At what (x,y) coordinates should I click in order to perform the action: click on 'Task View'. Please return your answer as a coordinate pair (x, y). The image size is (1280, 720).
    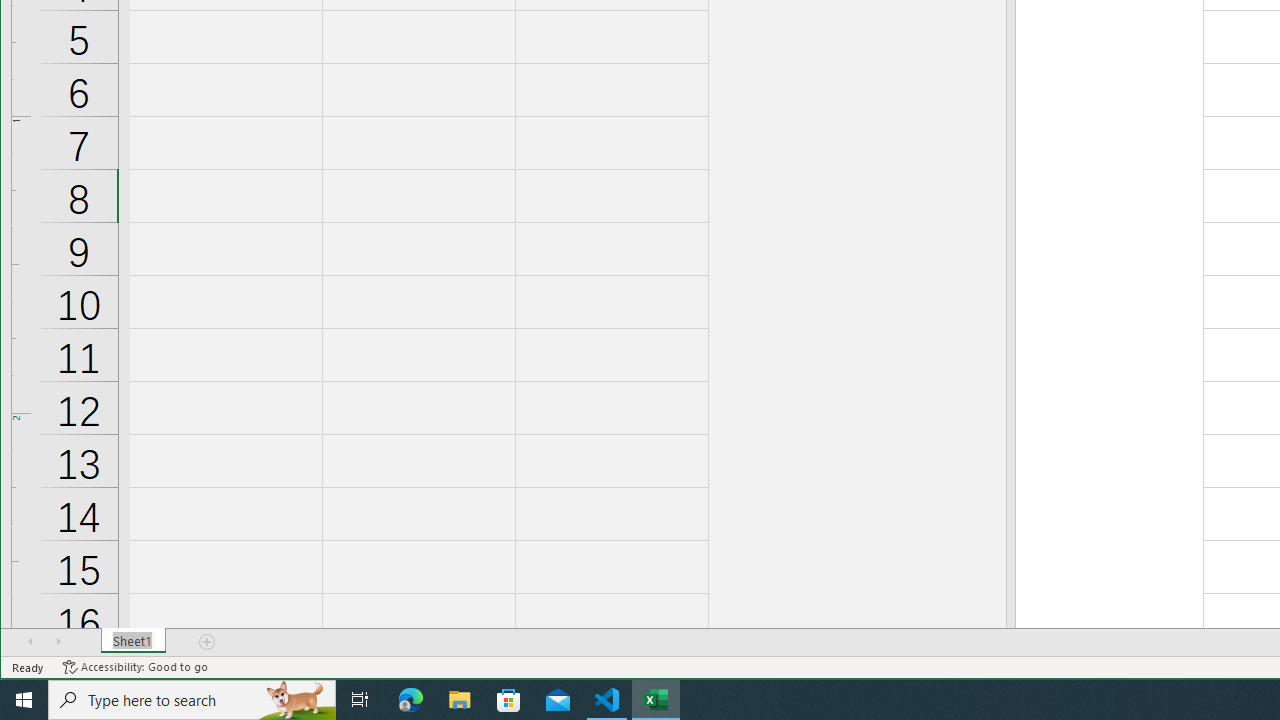
    Looking at the image, I should click on (359, 698).